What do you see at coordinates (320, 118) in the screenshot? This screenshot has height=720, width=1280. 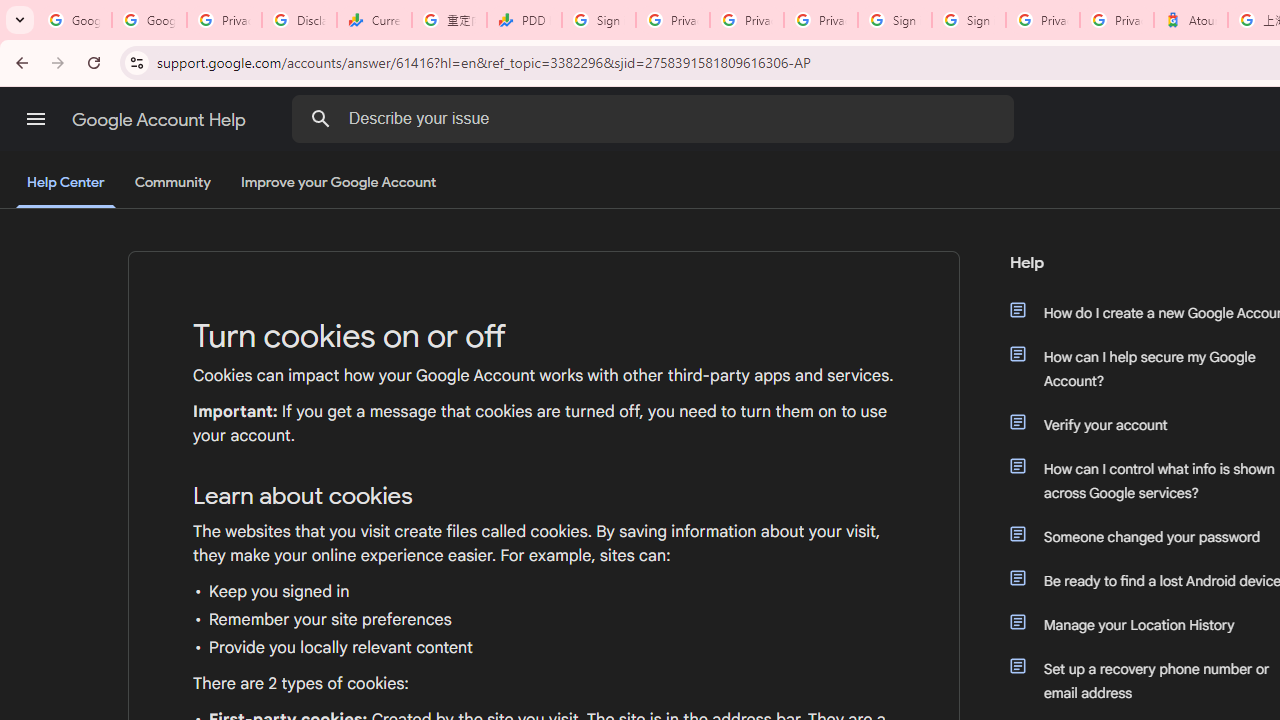 I see `'Search Help Center'` at bounding box center [320, 118].